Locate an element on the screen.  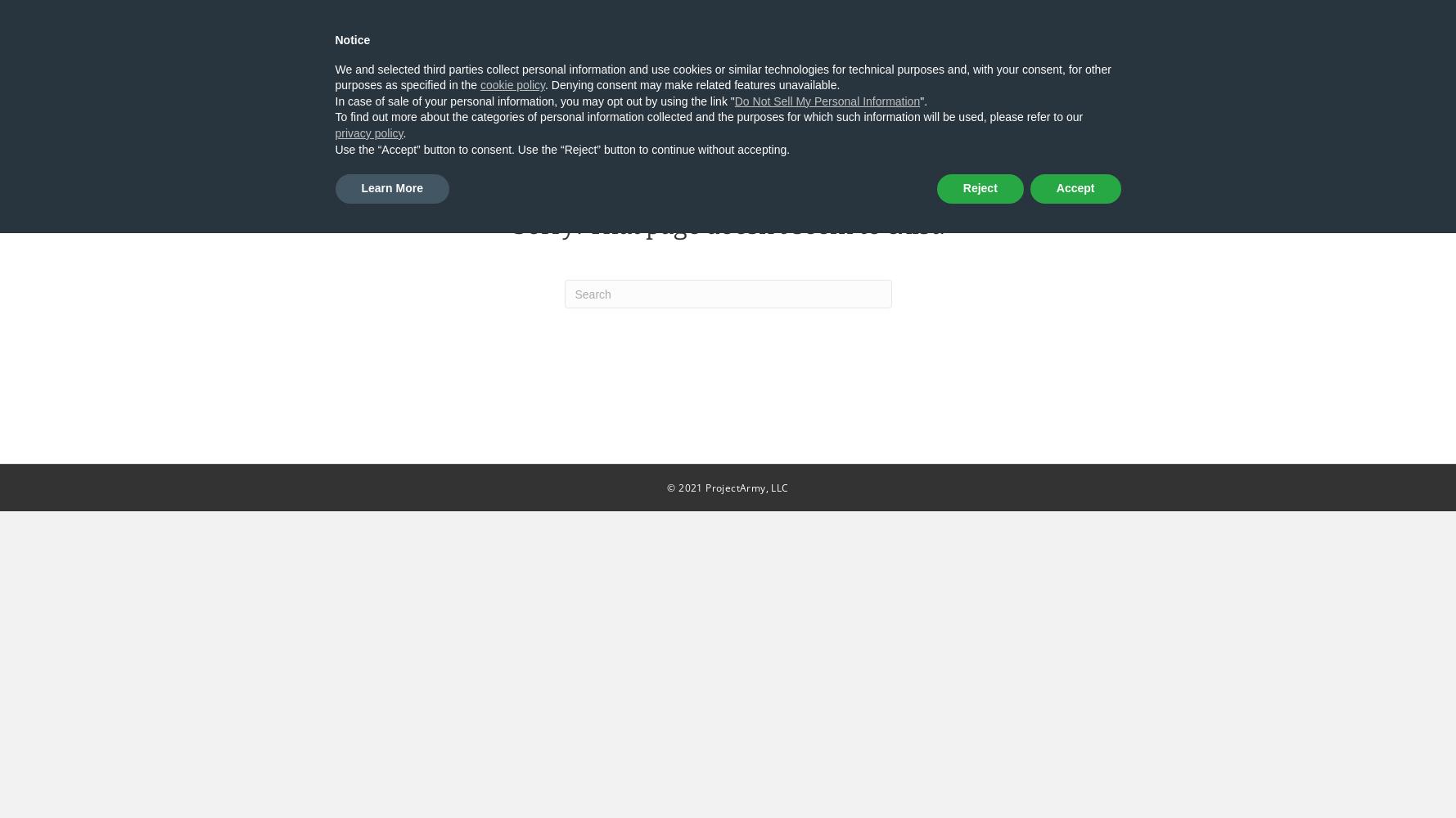
'Notice' is located at coordinates (352, 40).